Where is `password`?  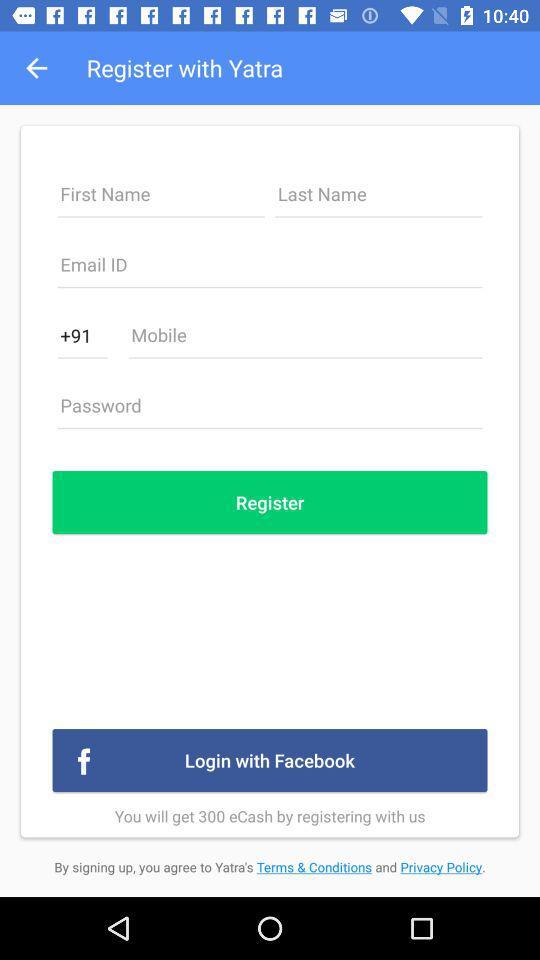
password is located at coordinates (270, 410).